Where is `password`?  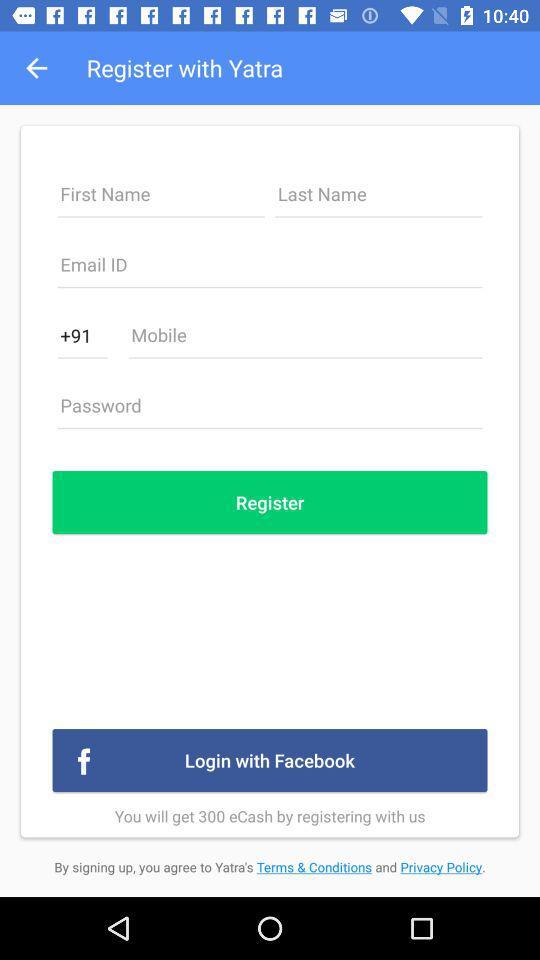
password is located at coordinates (270, 410).